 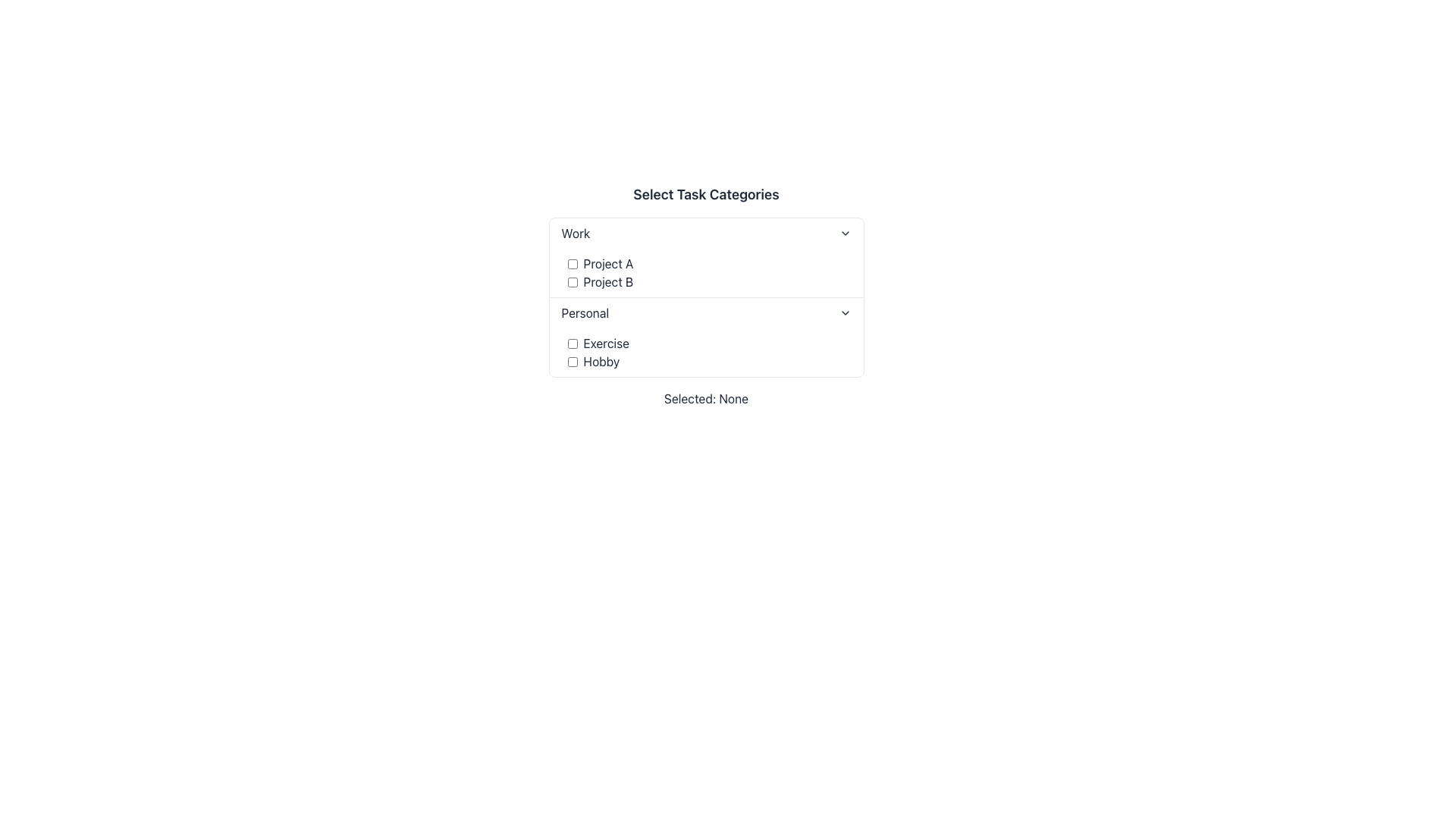 I want to click on text label 'Personal' located in the 'Select Task Categories' dropdown section, beneath the 'Work' section, so click(x=584, y=312).